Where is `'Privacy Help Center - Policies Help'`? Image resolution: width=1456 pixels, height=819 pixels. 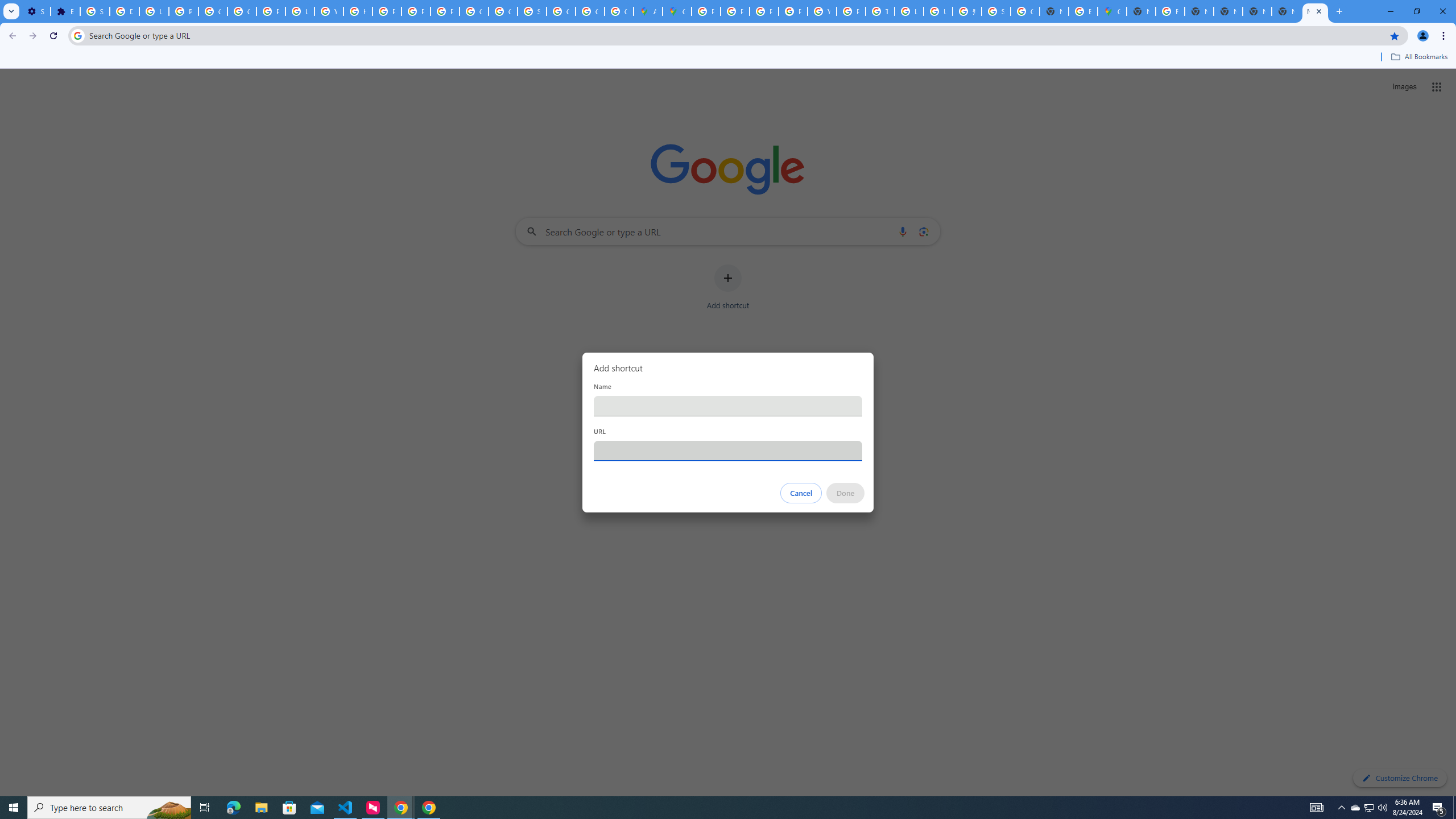 'Privacy Help Center - Policies Help' is located at coordinates (386, 11).